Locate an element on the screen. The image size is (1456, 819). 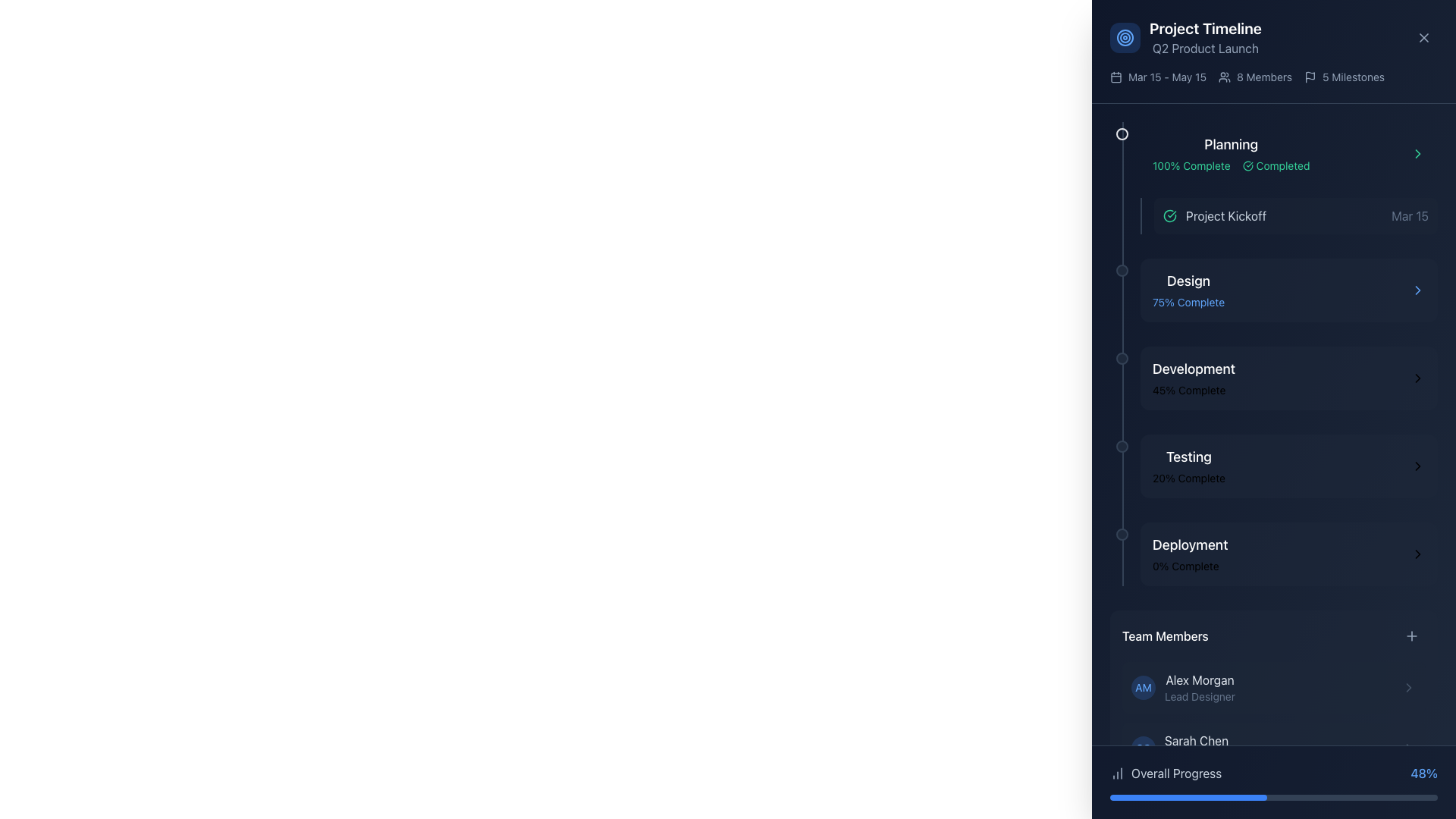
progress information displayed in the 'Development' text caption, which shows '45% Complete' is located at coordinates (1193, 377).